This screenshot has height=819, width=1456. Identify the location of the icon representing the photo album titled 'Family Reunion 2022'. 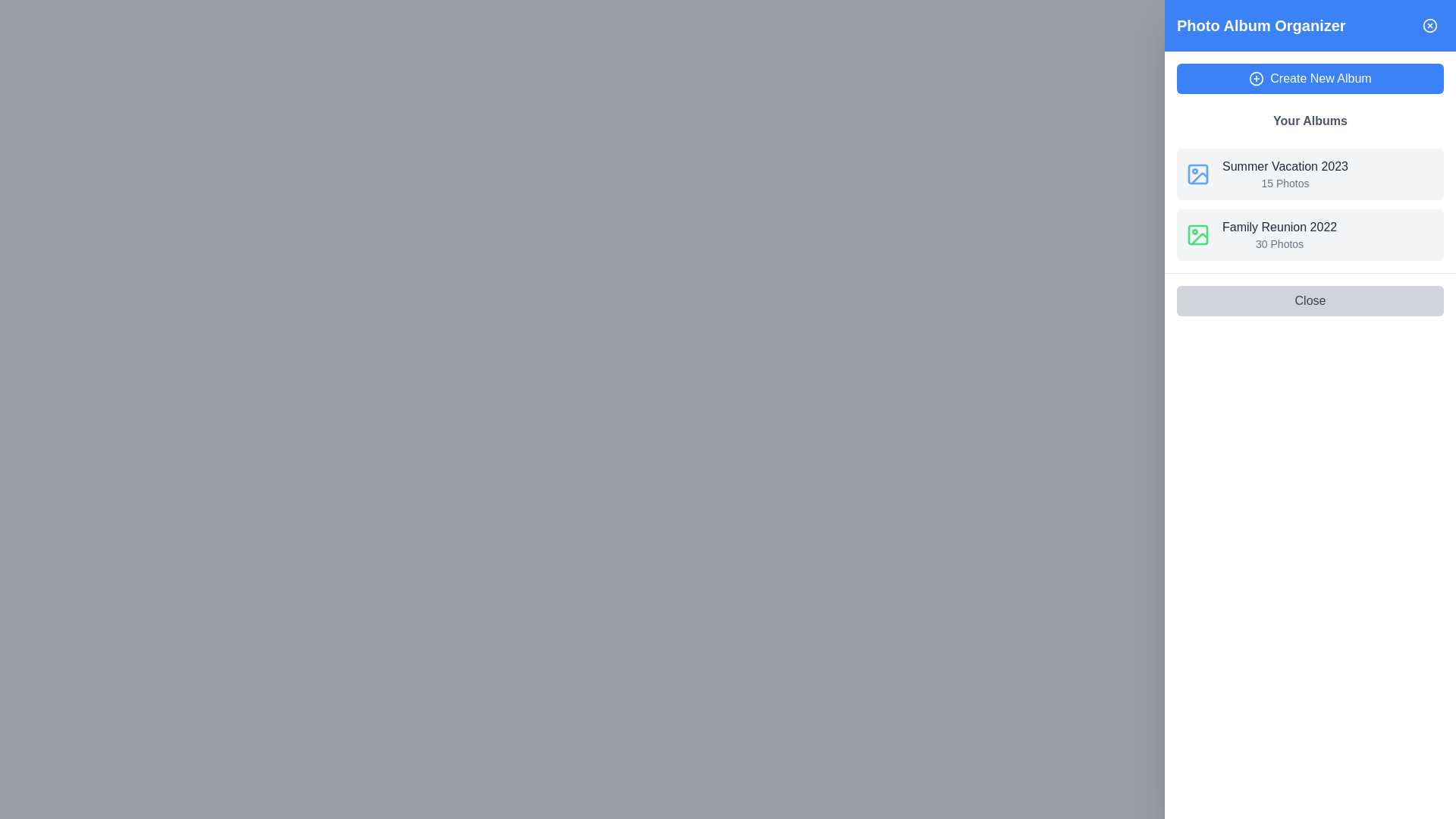
(1197, 234).